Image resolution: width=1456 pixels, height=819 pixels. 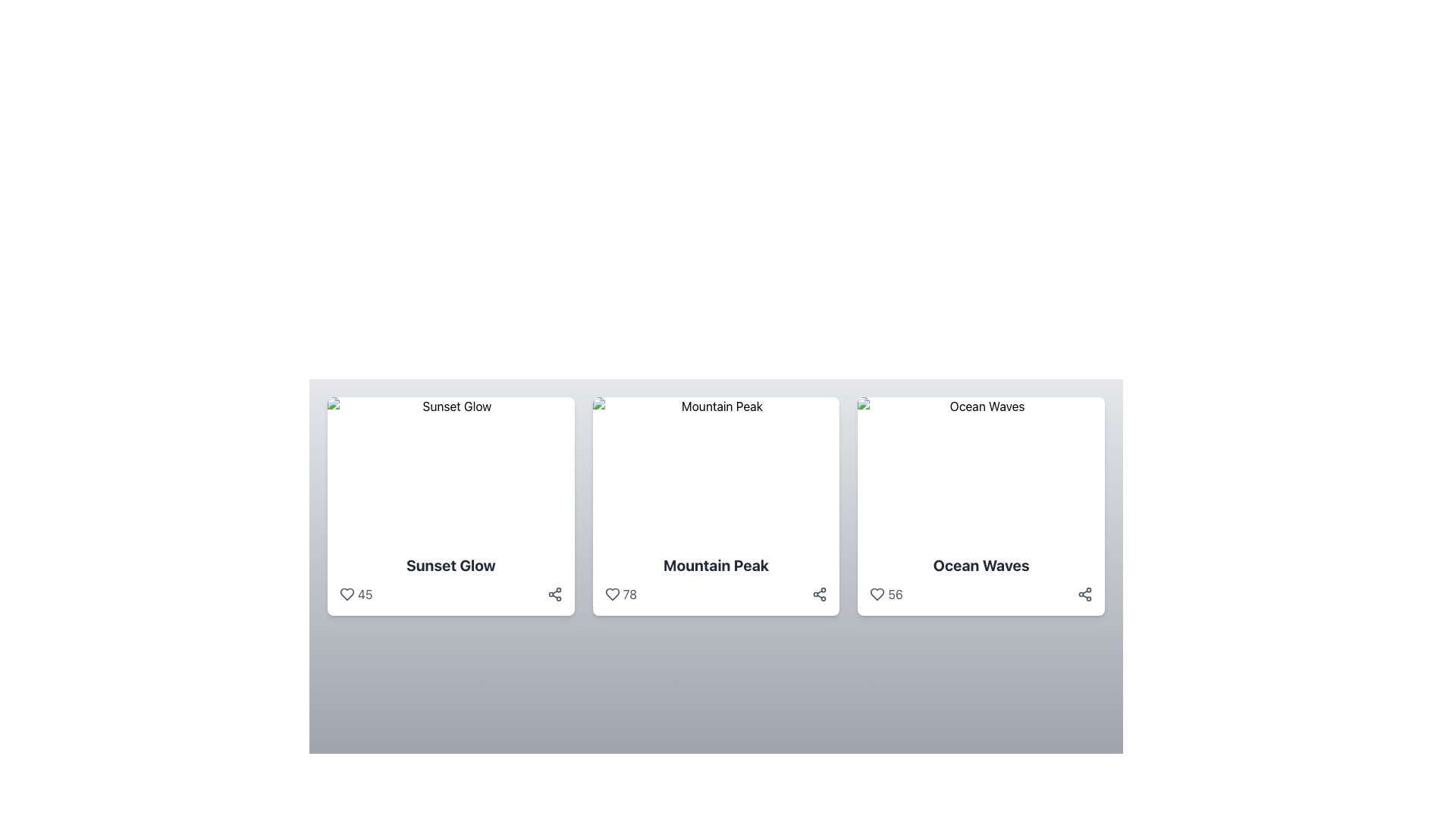 I want to click on the heart-shaped icon indicating likes, positioned to the left of the numeral '45', associated with the item titled 'Sunset Glow', so click(x=346, y=593).